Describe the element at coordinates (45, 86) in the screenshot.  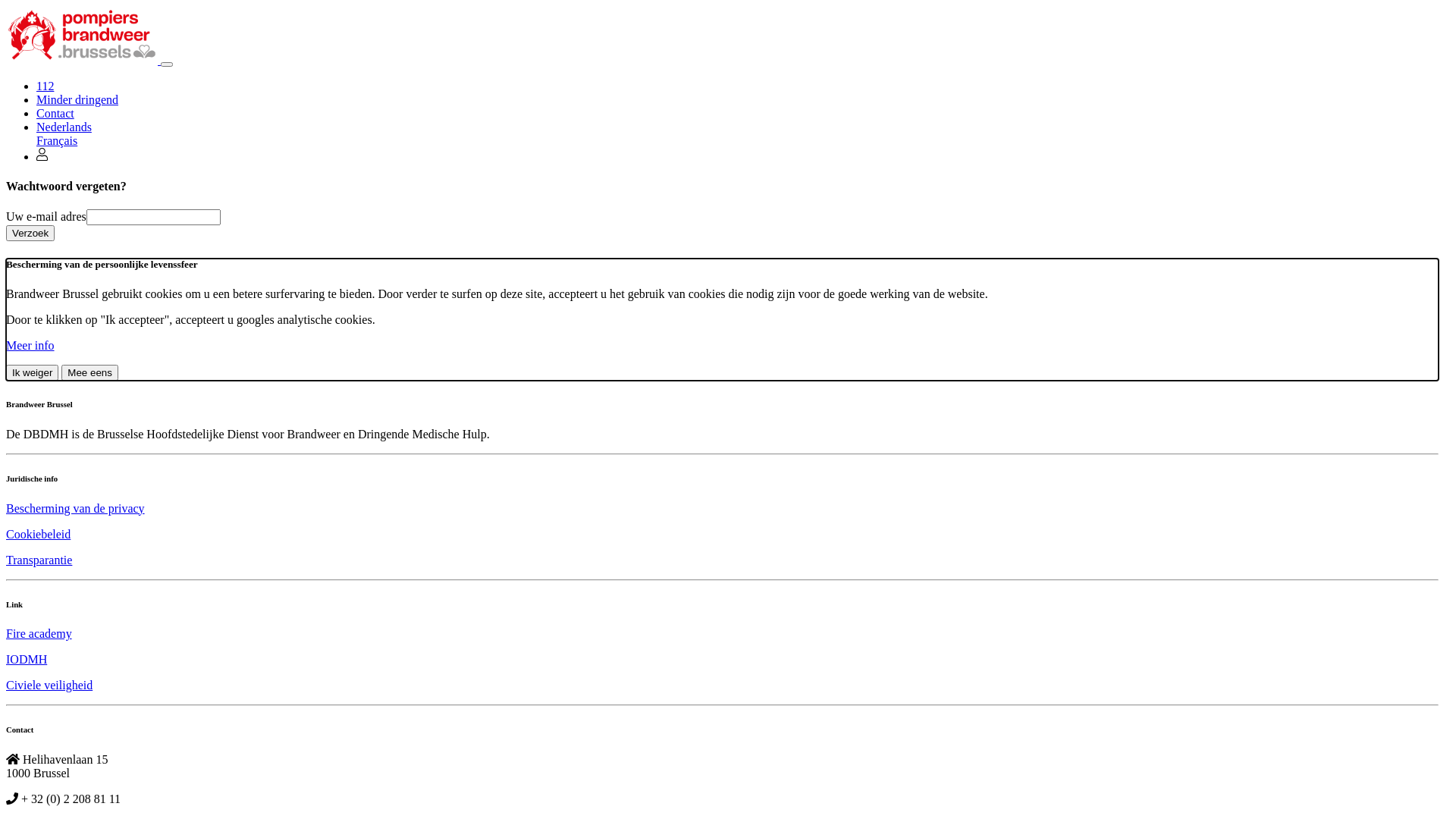
I see `'112'` at that location.